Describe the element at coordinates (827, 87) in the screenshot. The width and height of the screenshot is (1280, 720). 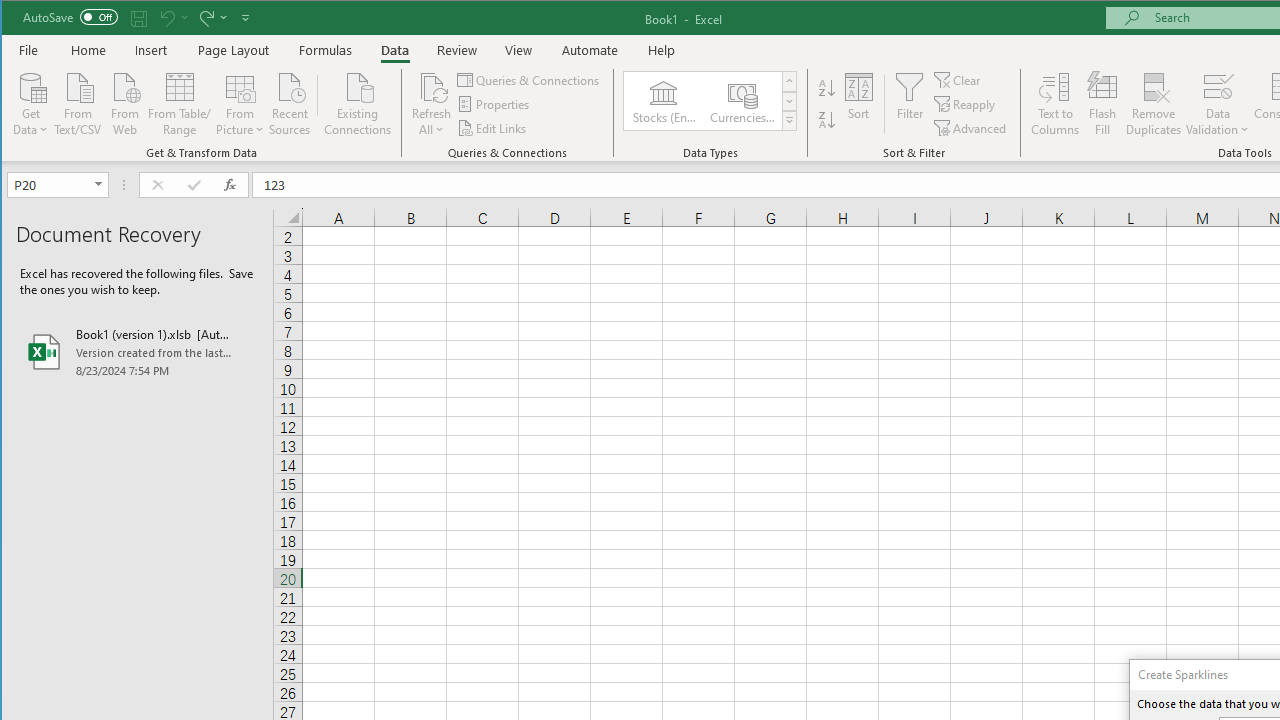
I see `'Sort Smallest to Largest'` at that location.